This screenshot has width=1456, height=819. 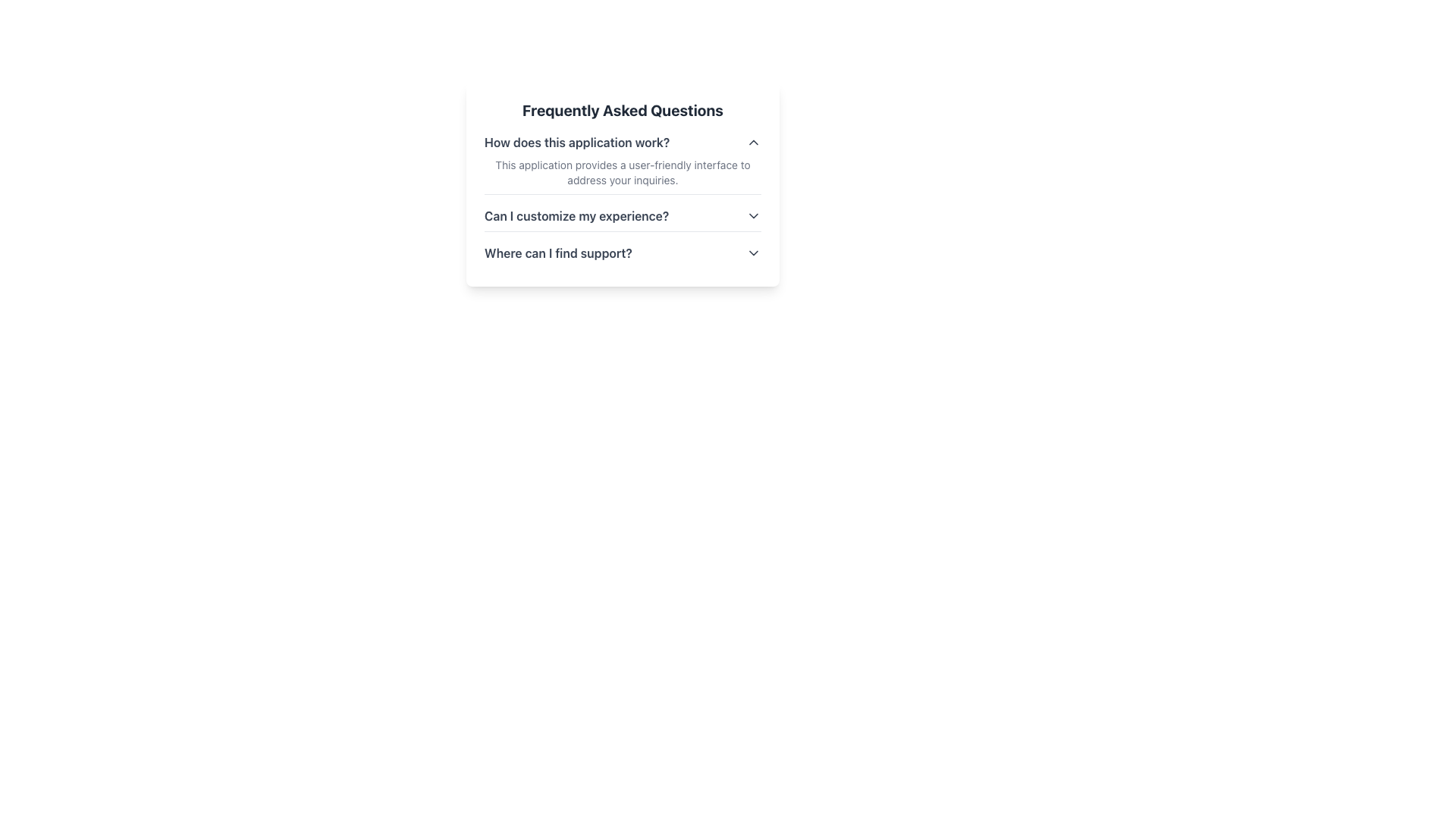 What do you see at coordinates (753, 253) in the screenshot?
I see `the chevron down icon located at the rightmost edge of the question 'Where can I find support?'` at bounding box center [753, 253].